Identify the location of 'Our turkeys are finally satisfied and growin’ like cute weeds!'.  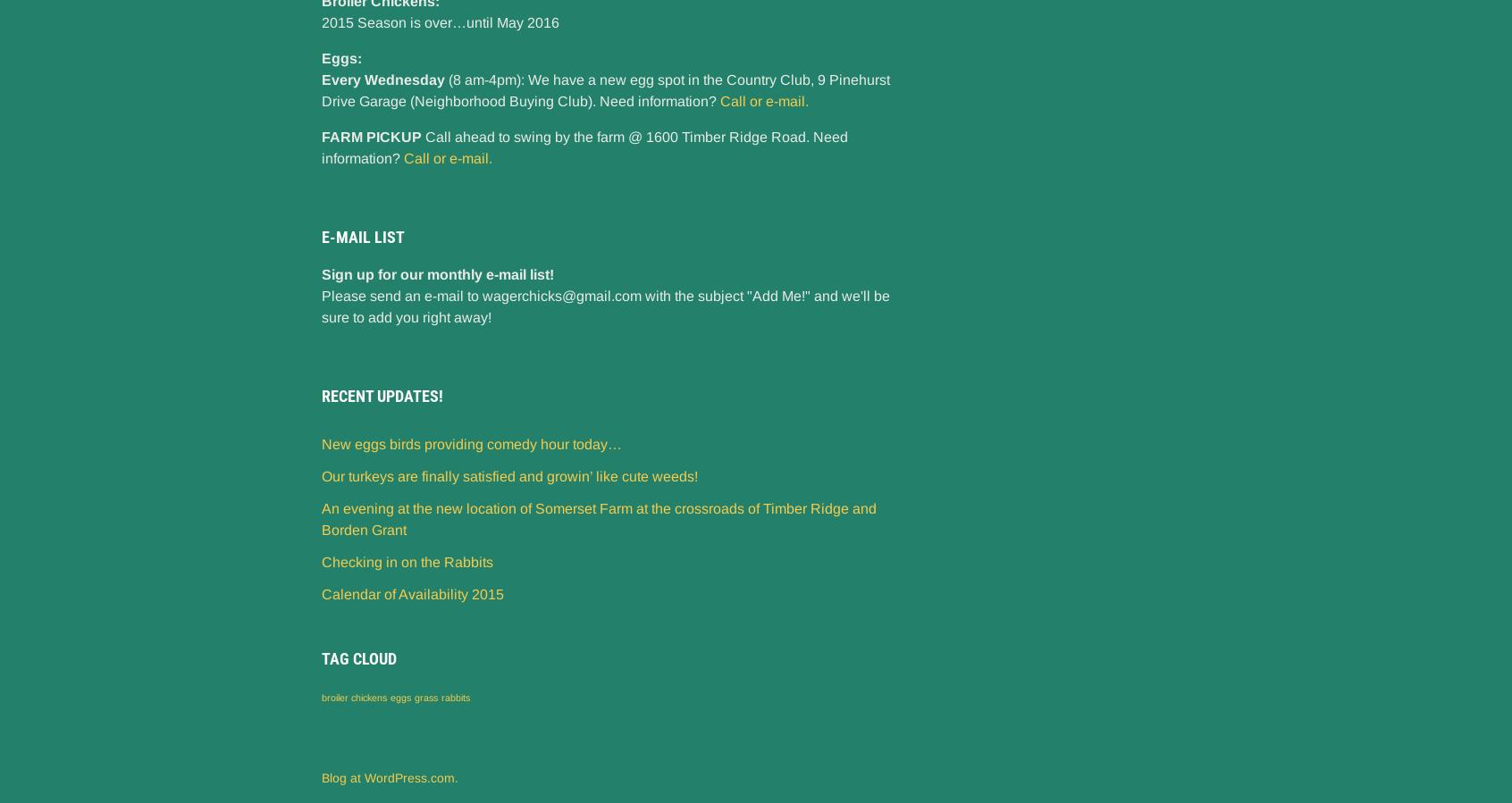
(508, 475).